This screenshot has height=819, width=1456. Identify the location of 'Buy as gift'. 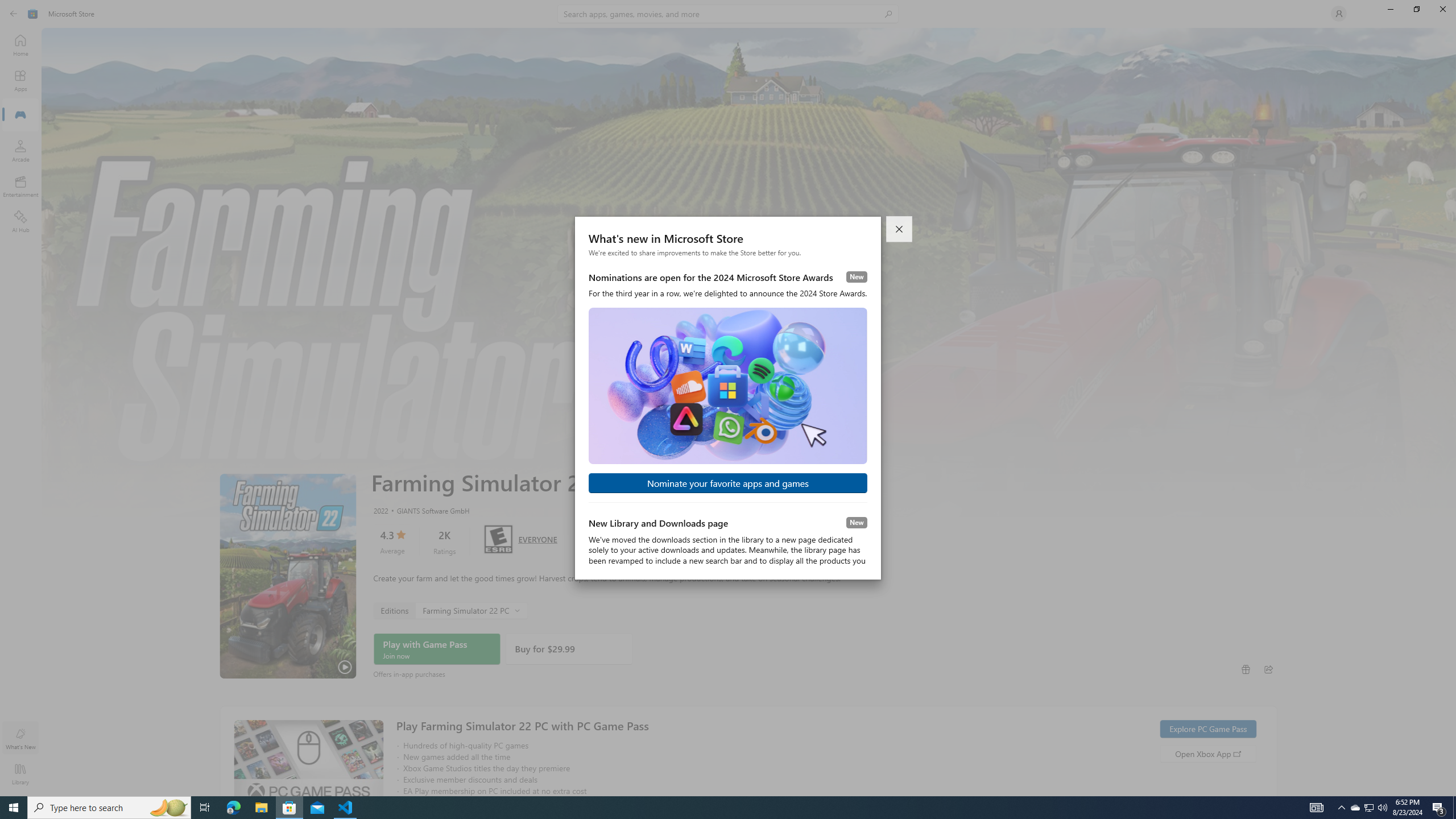
(1245, 668).